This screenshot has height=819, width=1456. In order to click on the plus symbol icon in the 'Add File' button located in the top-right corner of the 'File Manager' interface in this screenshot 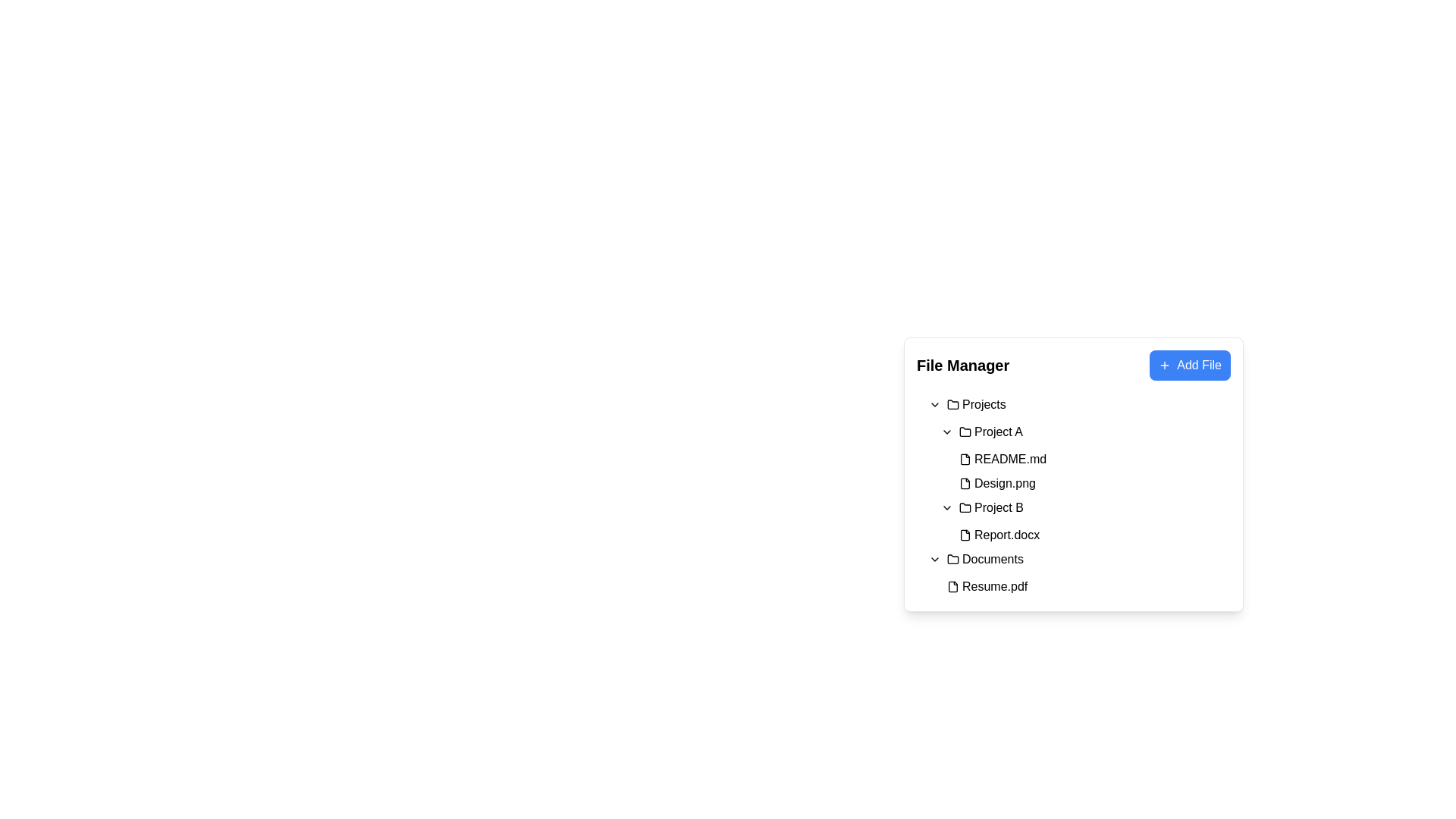, I will do `click(1164, 366)`.